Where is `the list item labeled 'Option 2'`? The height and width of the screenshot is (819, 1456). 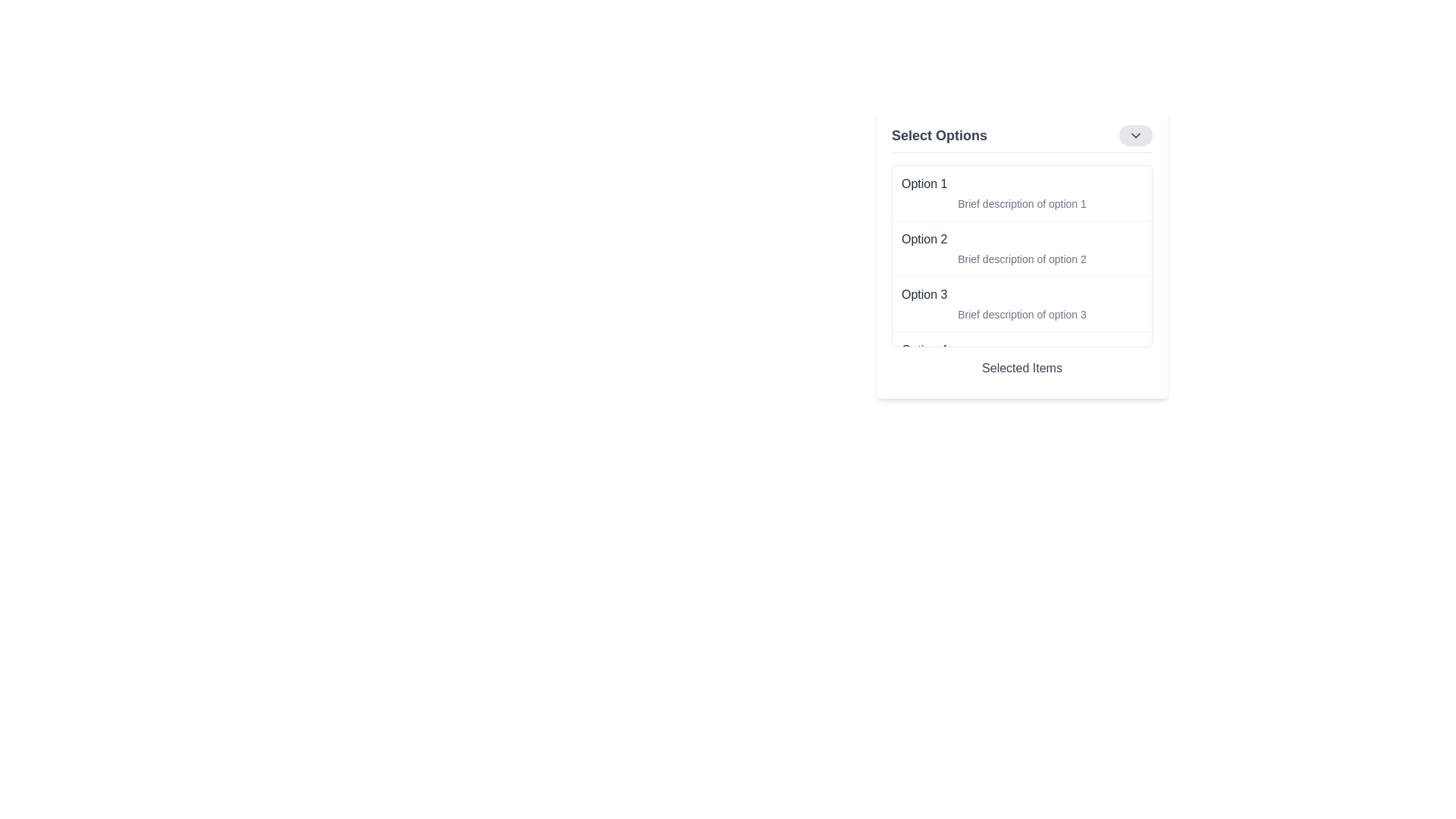 the list item labeled 'Option 2' is located at coordinates (1022, 247).